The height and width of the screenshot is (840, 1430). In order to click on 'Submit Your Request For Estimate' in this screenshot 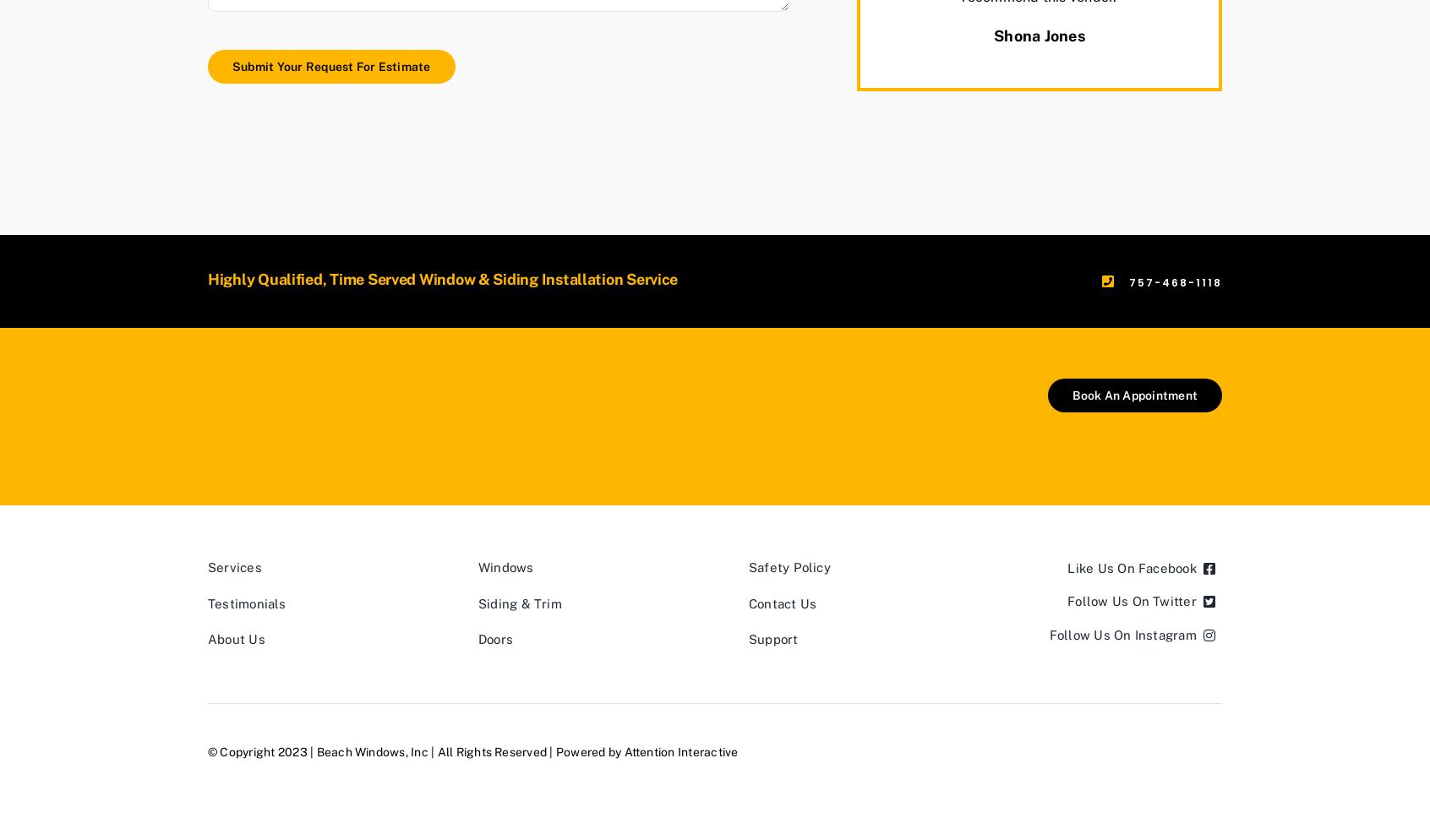, I will do `click(331, 67)`.